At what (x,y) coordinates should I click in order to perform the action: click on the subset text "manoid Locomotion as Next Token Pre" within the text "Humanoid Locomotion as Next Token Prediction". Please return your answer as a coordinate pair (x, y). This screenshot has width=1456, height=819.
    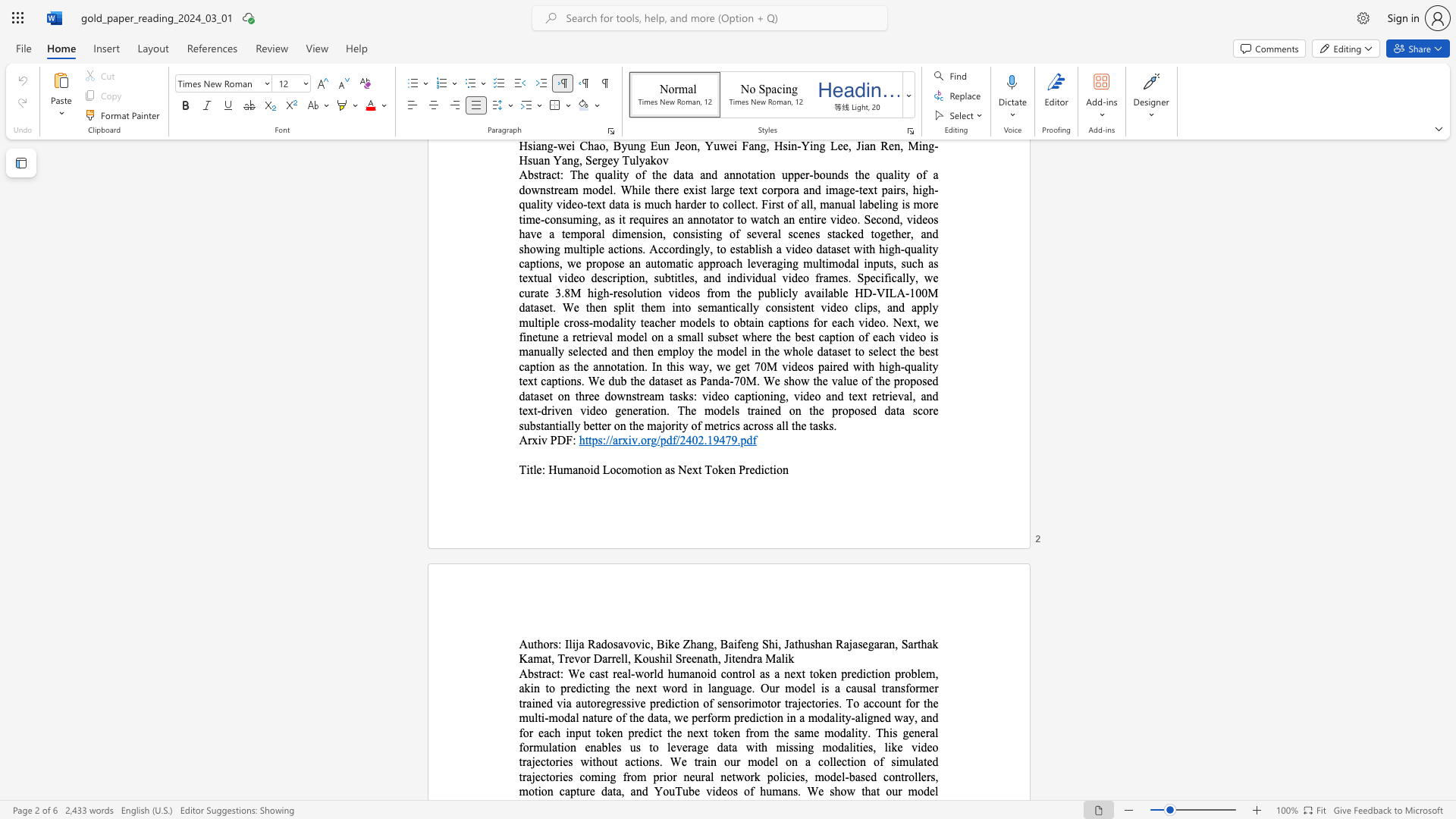
    Looking at the image, I should click on (562, 469).